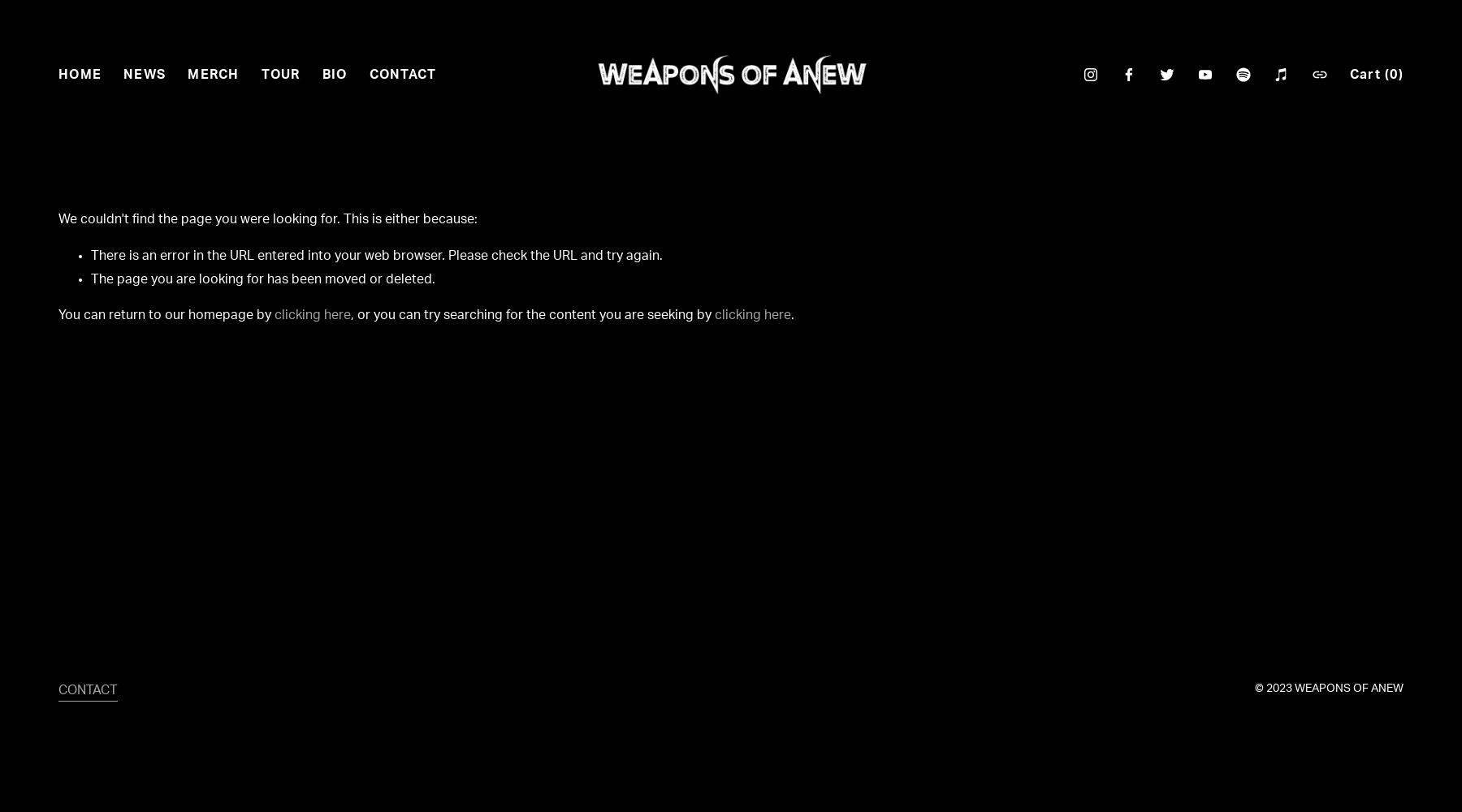  Describe the element at coordinates (376, 254) in the screenshot. I see `'There is an error in the URL entered into your web browser. Please check the URL and try again.'` at that location.